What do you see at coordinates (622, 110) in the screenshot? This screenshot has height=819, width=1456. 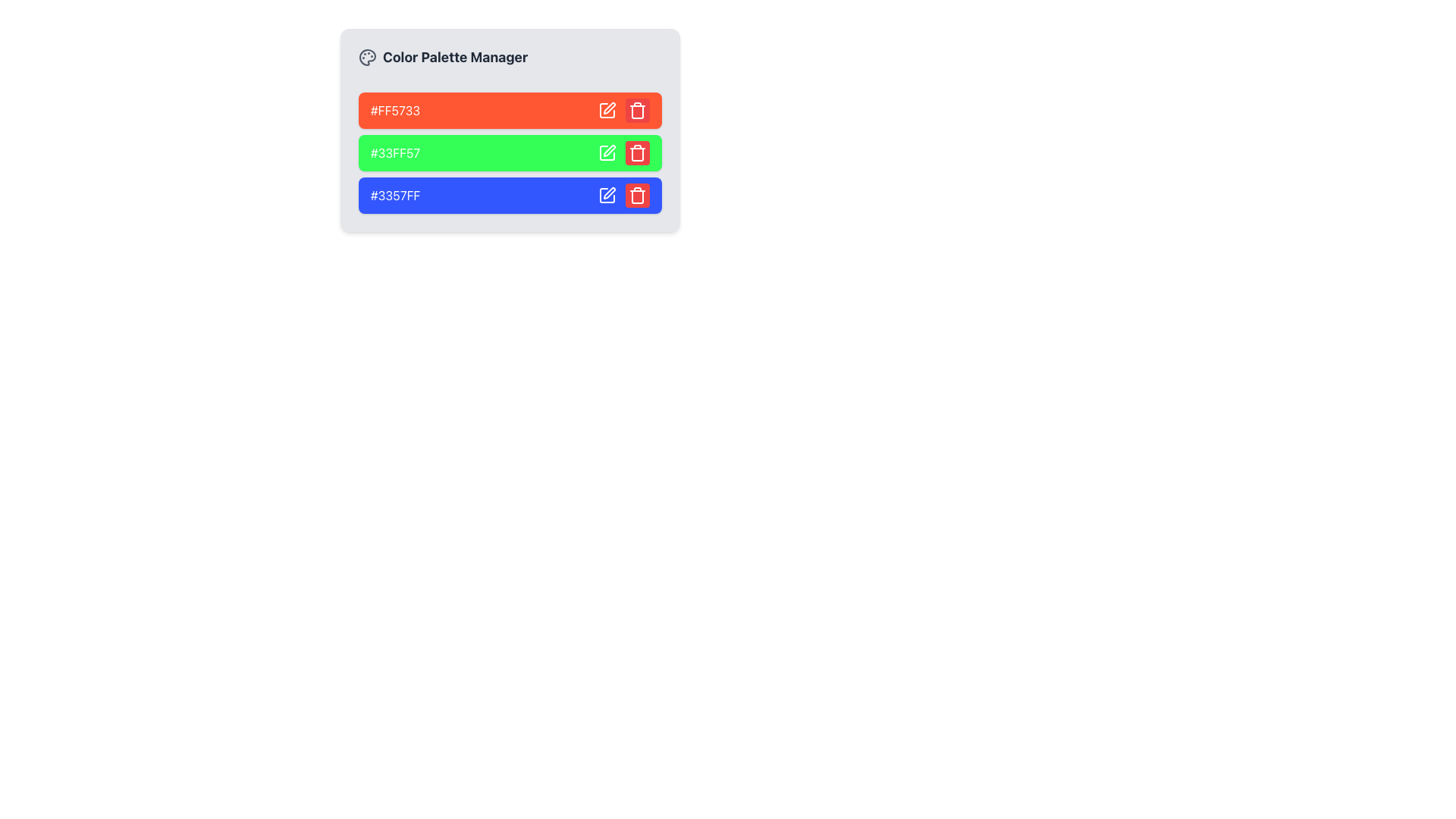 I see `the edit button, which is represented by a pen icon in the horizontal button group located in the right section of the header of the first color entry with a red background labeled '#FF5733'` at bounding box center [622, 110].